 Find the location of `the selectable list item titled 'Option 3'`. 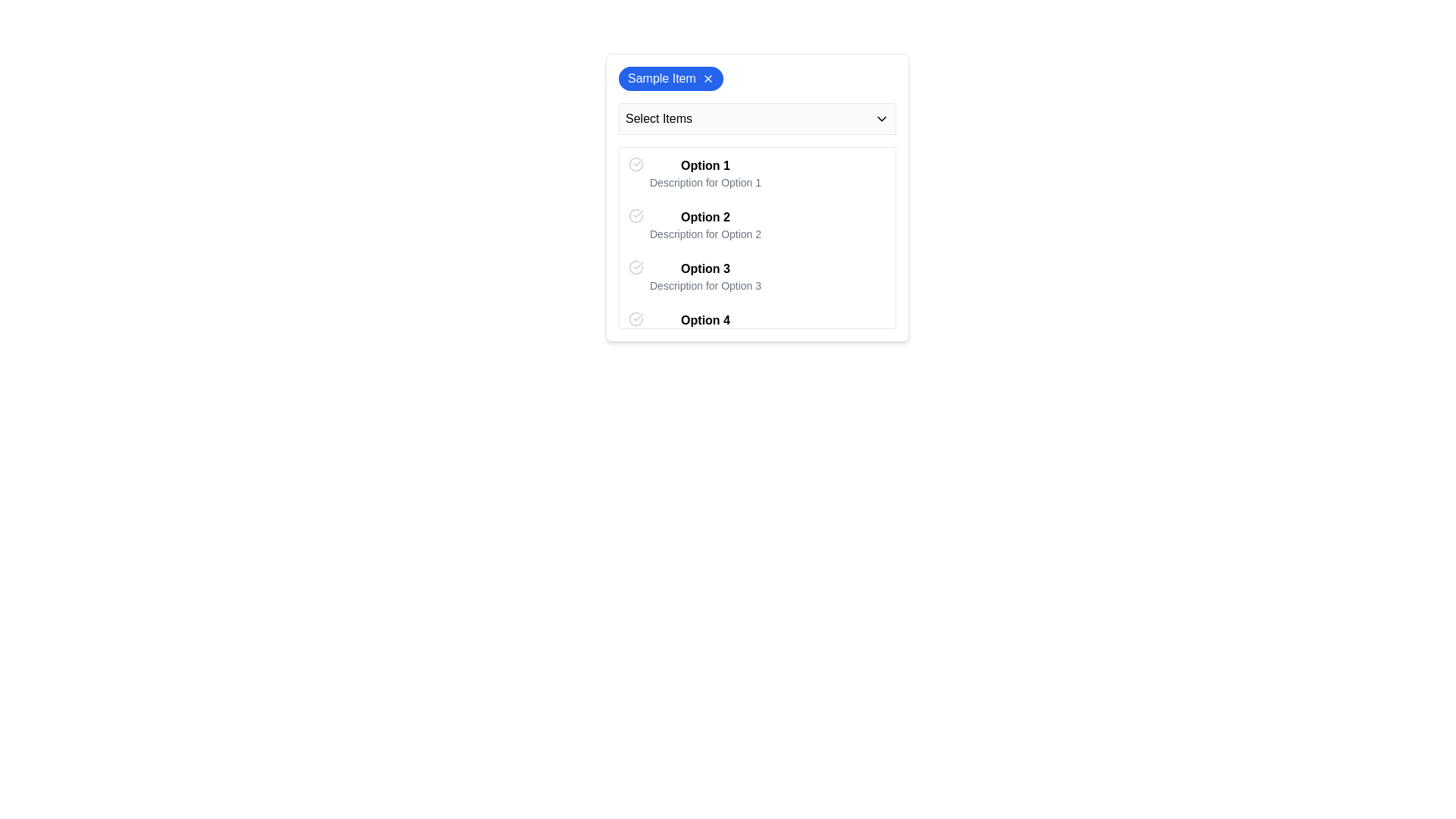

the selectable list item titled 'Option 3' is located at coordinates (704, 277).